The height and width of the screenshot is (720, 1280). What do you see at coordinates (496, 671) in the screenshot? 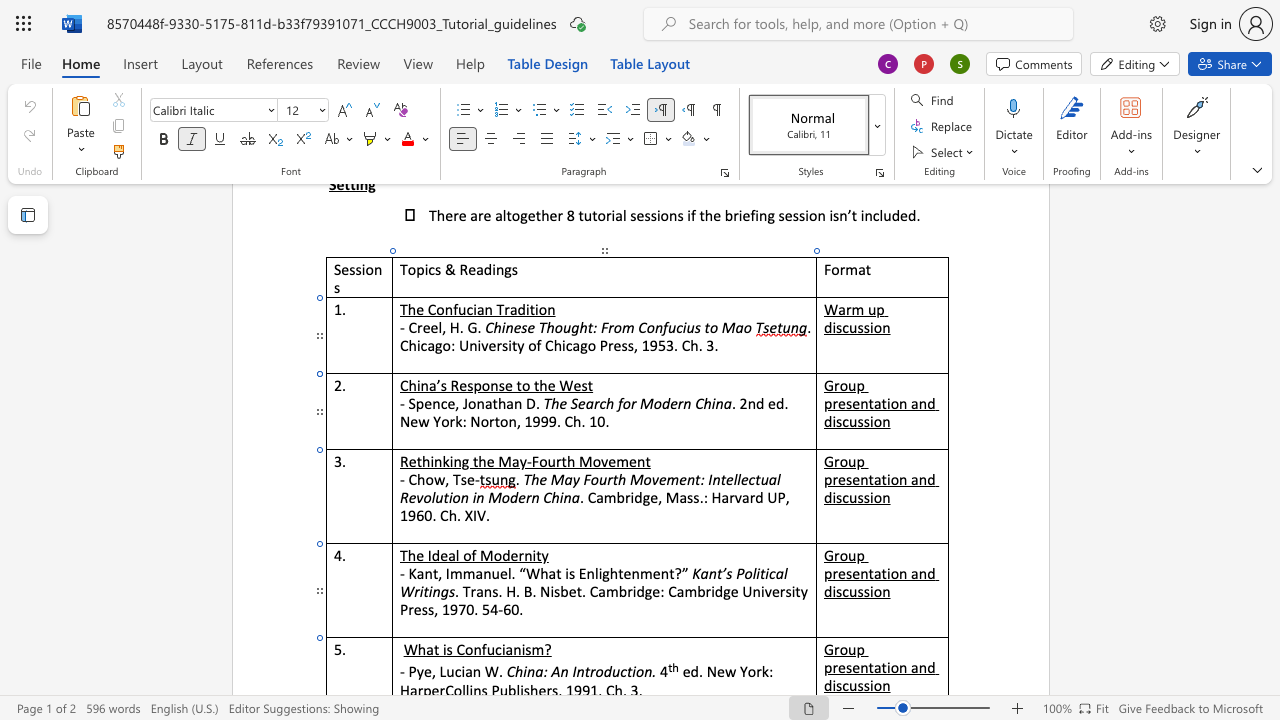
I see `the space between the continuous character "W" and "." in the text` at bounding box center [496, 671].